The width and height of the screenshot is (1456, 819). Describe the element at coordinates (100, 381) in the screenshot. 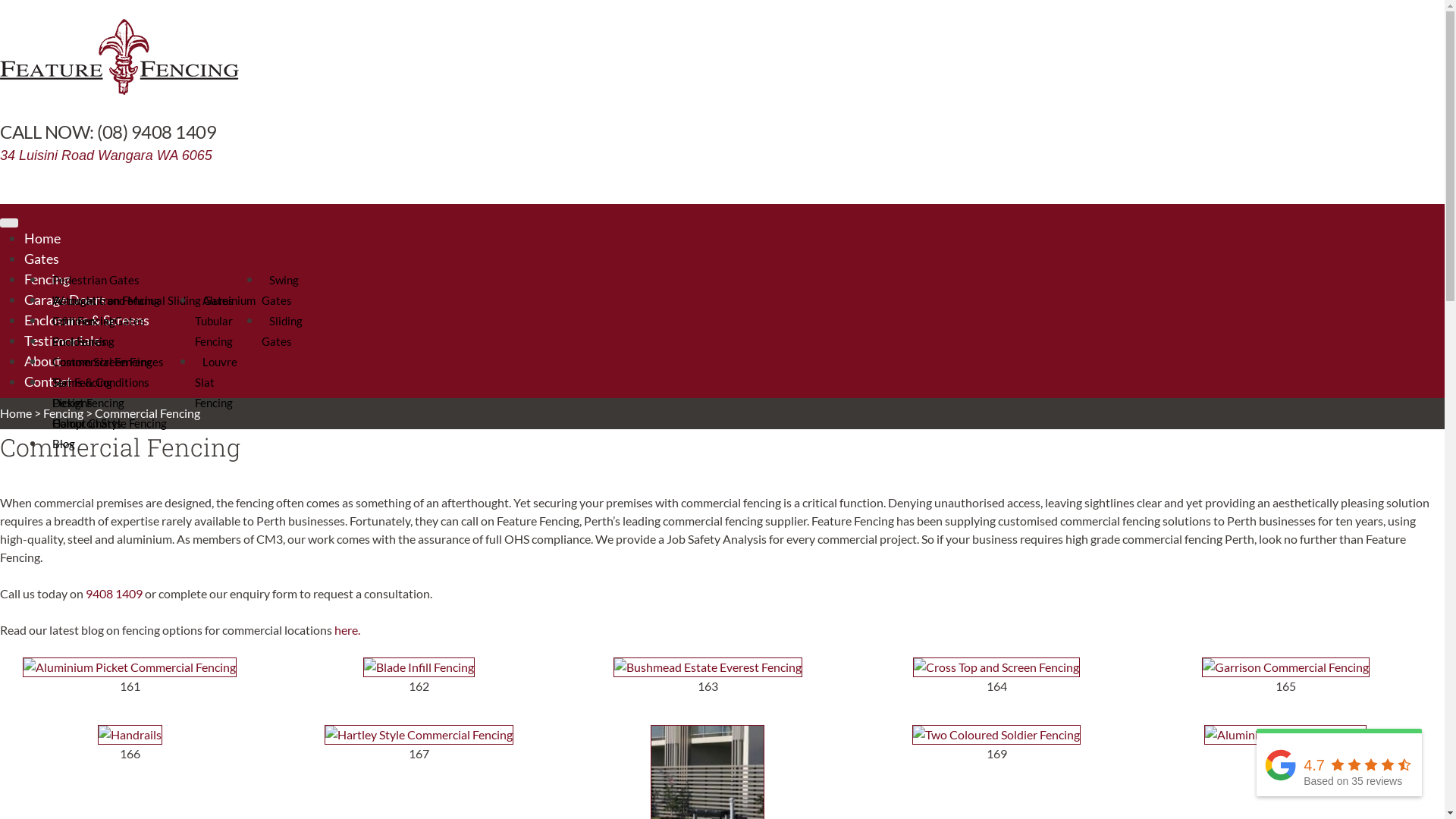

I see `'Terms & Conditions'` at that location.